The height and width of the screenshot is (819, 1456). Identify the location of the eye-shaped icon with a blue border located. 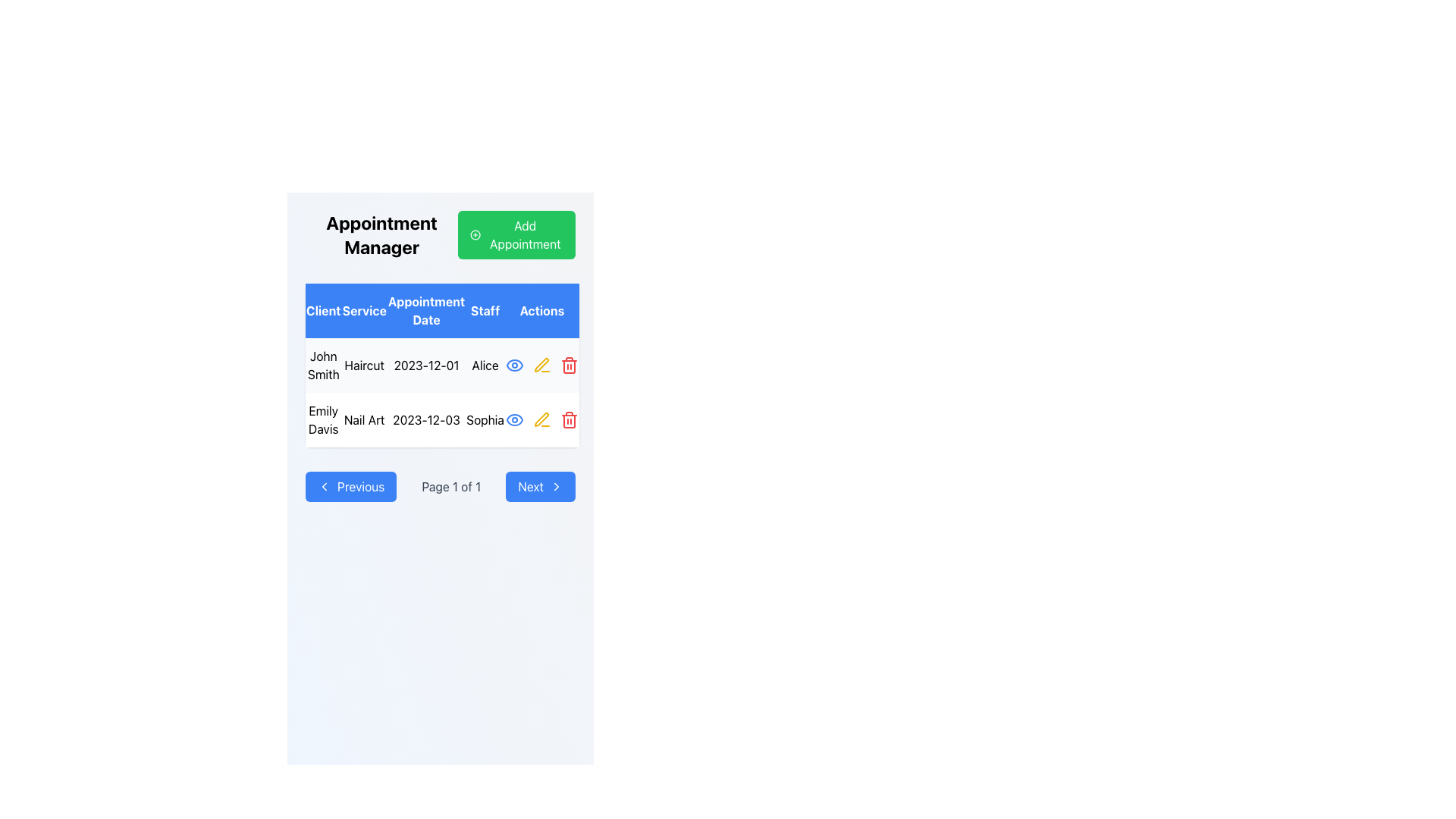
(514, 420).